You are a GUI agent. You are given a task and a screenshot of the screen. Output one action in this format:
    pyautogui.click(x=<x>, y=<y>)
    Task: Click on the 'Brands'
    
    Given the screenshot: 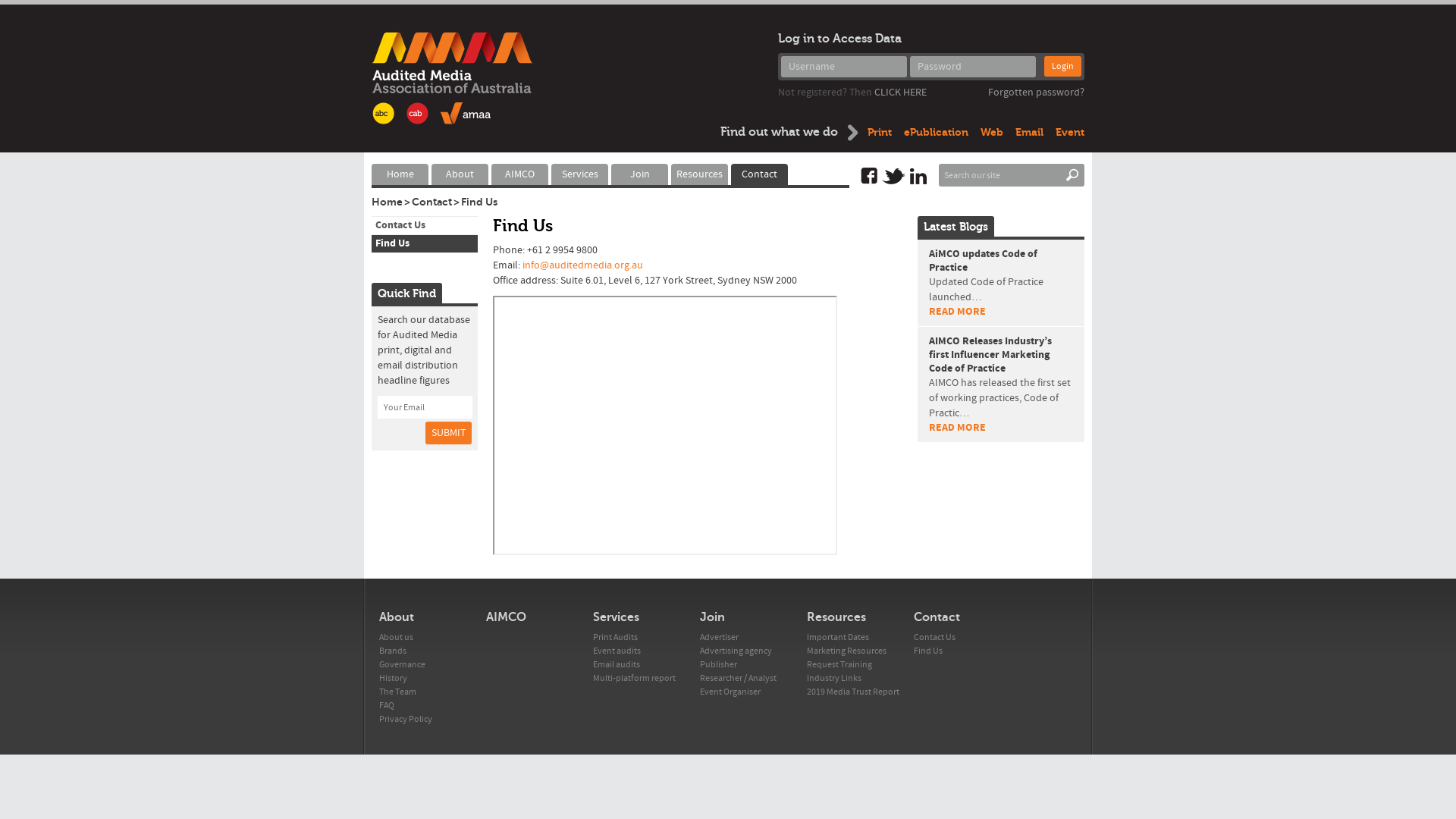 What is the action you would take?
    pyautogui.click(x=393, y=650)
    